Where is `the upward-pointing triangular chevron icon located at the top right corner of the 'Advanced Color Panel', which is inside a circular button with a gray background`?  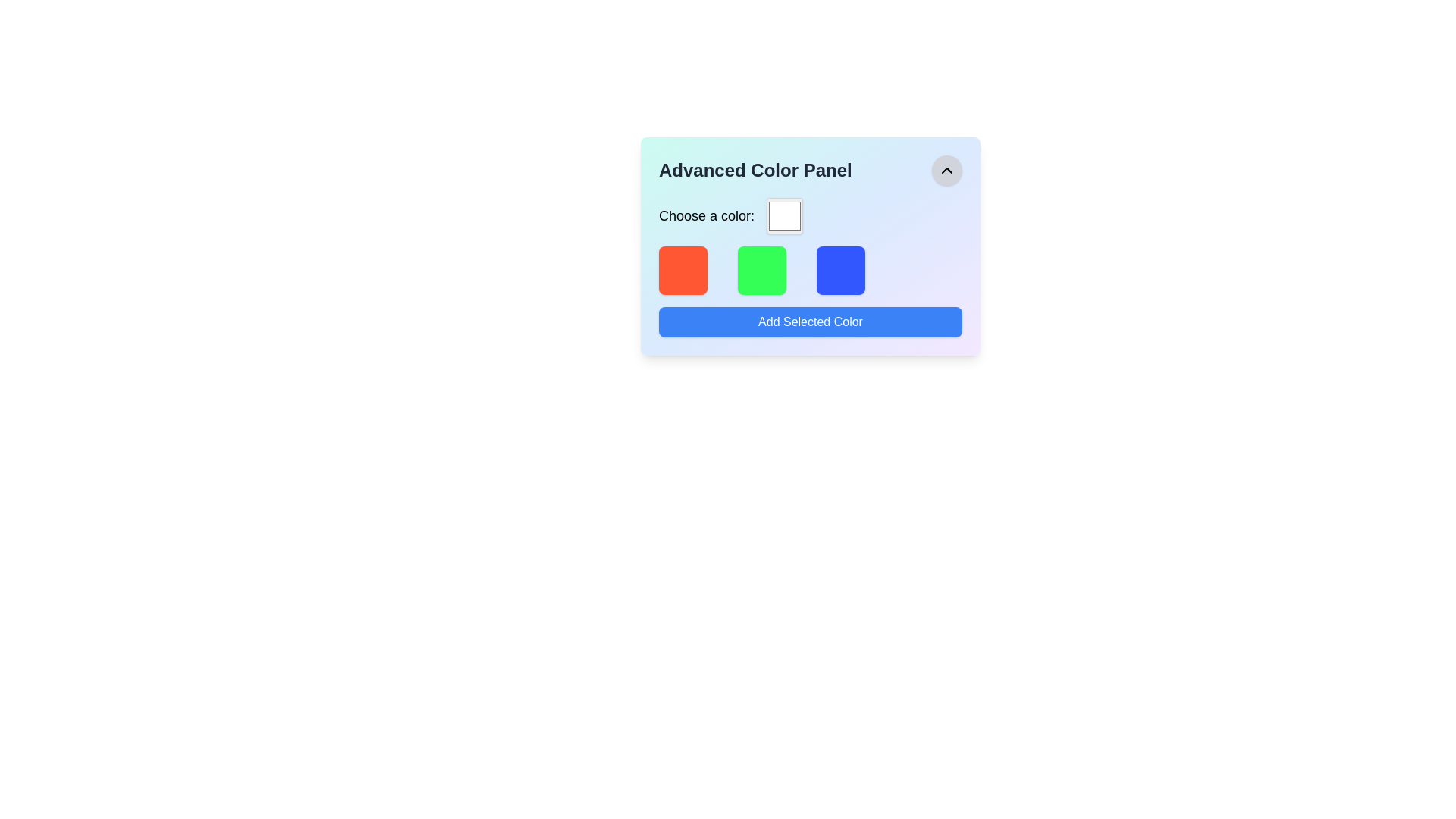 the upward-pointing triangular chevron icon located at the top right corner of the 'Advanced Color Panel', which is inside a circular button with a gray background is located at coordinates (946, 170).